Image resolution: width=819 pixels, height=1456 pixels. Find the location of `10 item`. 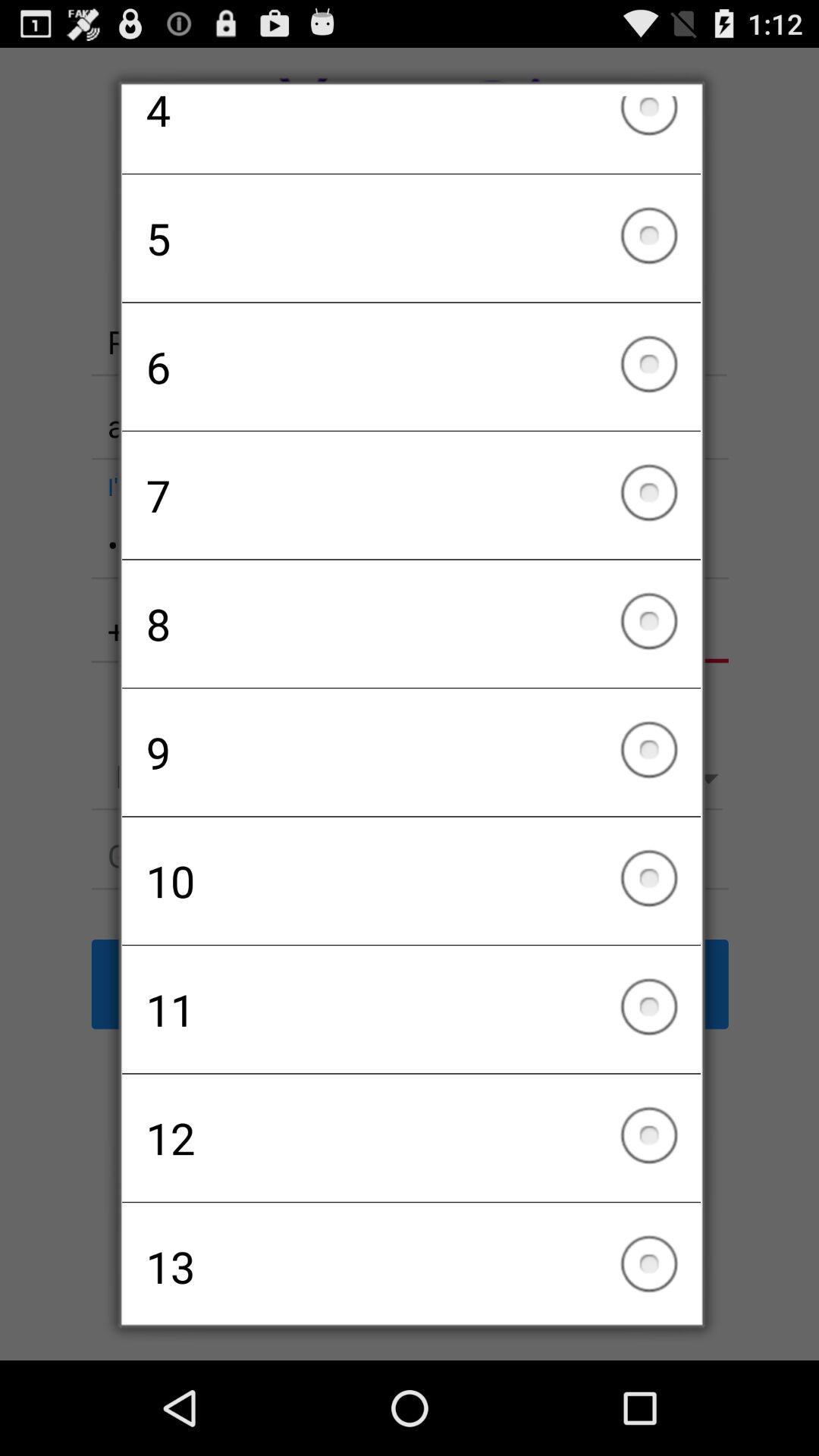

10 item is located at coordinates (411, 880).